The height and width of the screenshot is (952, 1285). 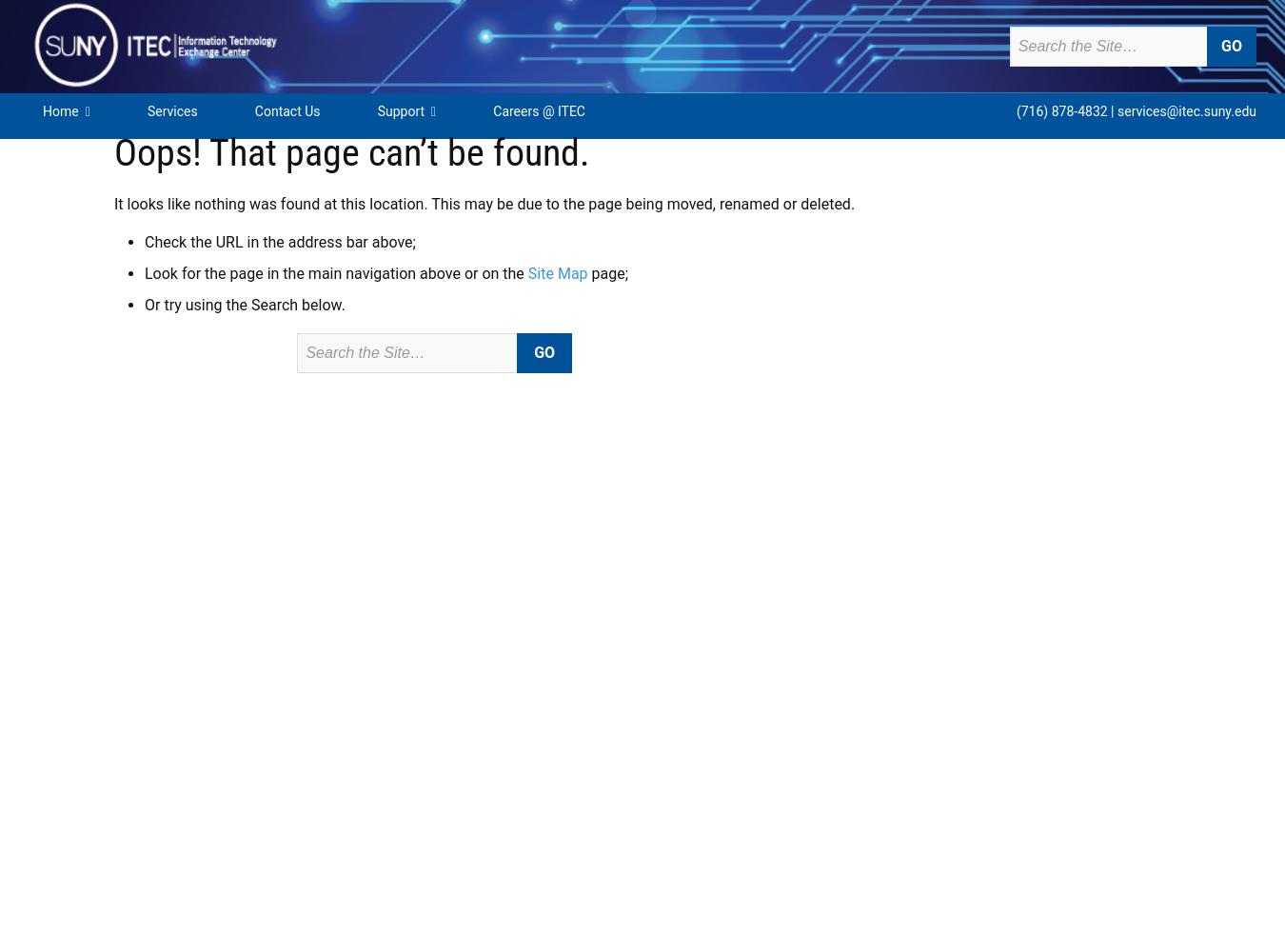 I want to click on 'services@itec.suny.edu', so click(x=1186, y=110).